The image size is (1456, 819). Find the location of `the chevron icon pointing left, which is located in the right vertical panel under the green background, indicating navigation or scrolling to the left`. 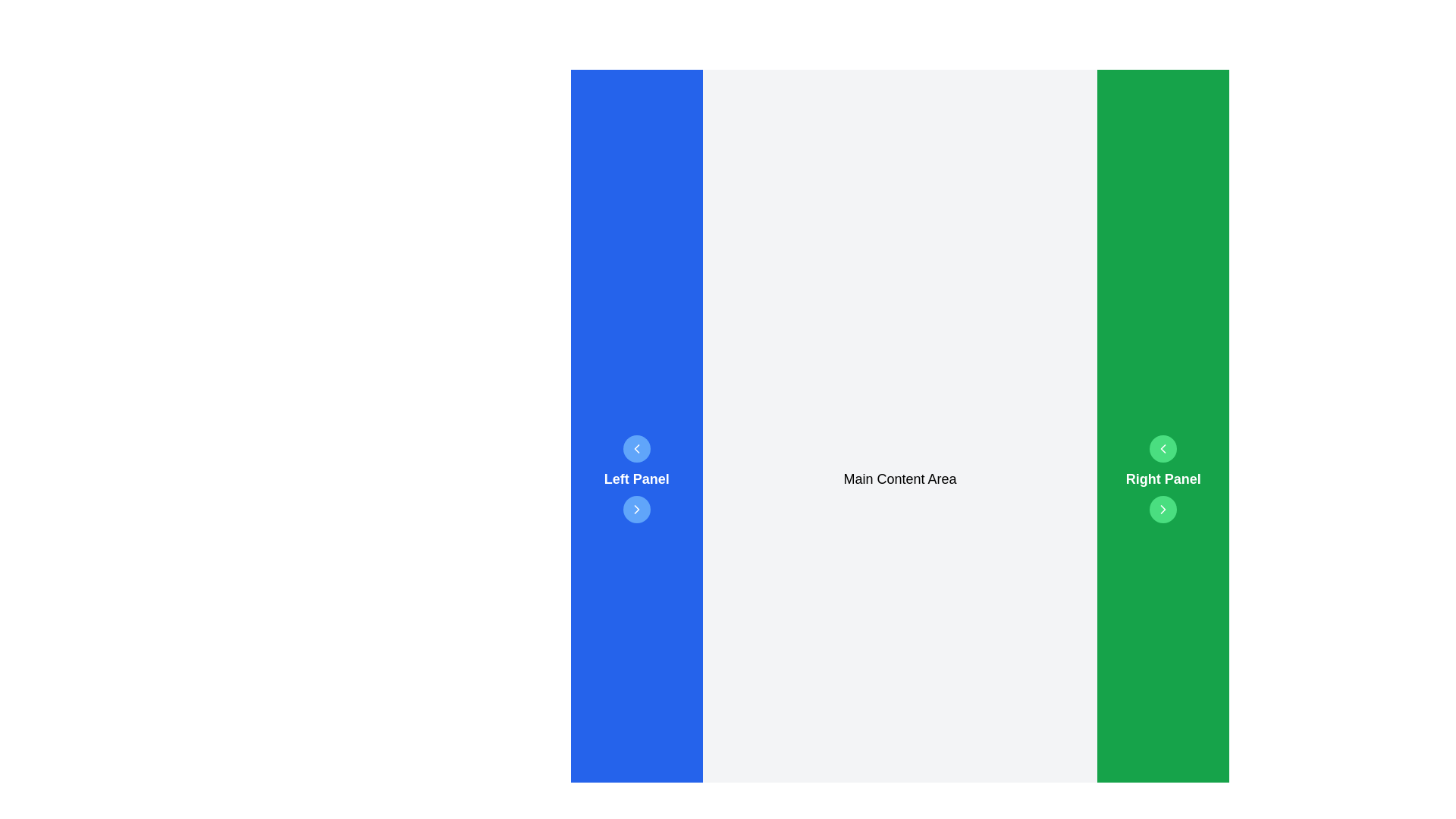

the chevron icon pointing left, which is located in the right vertical panel under the green background, indicating navigation or scrolling to the left is located at coordinates (1163, 447).